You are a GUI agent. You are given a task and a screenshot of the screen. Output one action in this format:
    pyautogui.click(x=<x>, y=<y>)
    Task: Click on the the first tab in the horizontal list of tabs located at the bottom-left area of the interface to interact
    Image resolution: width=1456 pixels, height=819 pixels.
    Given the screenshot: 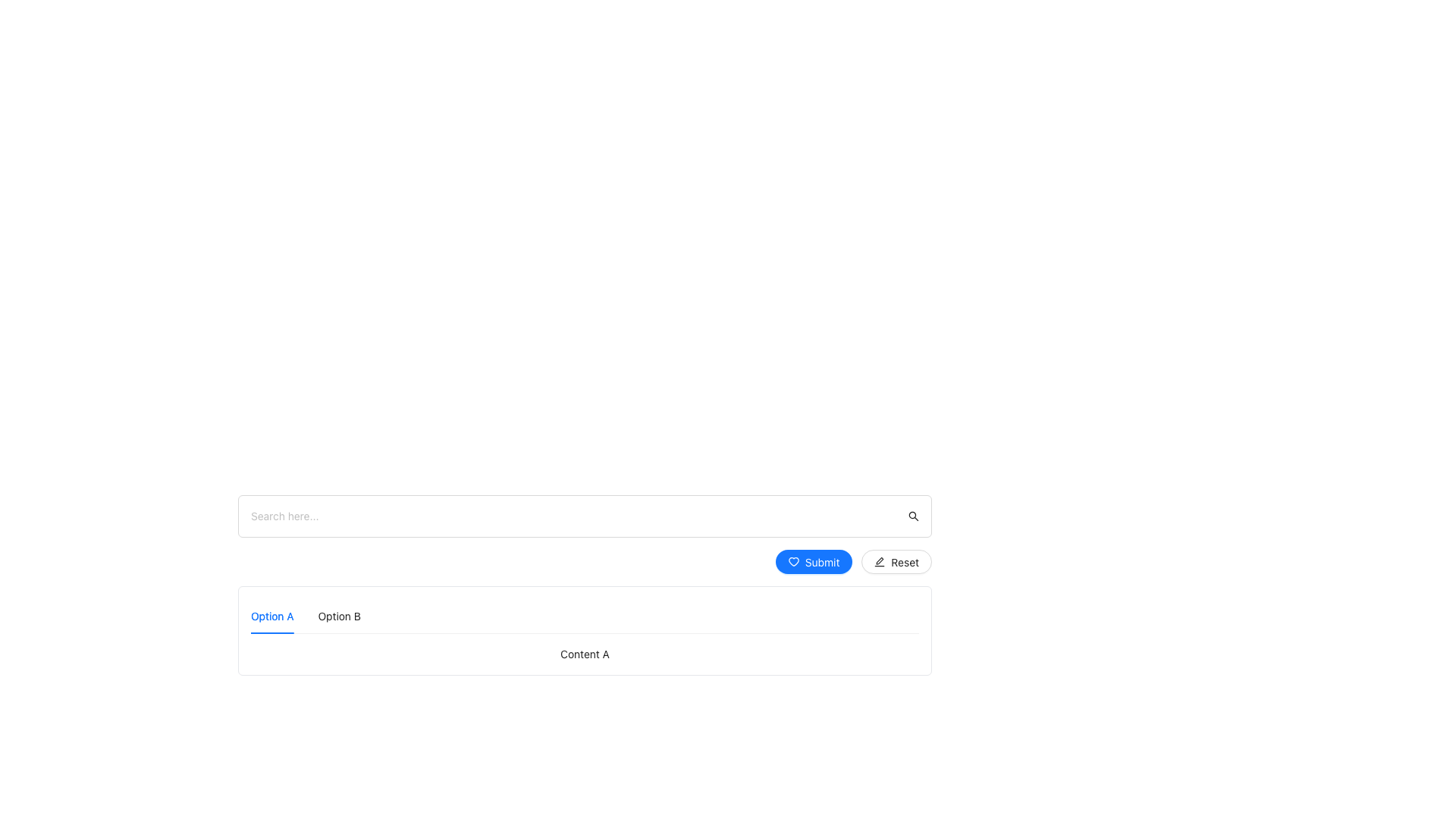 What is the action you would take?
    pyautogui.click(x=272, y=617)
    